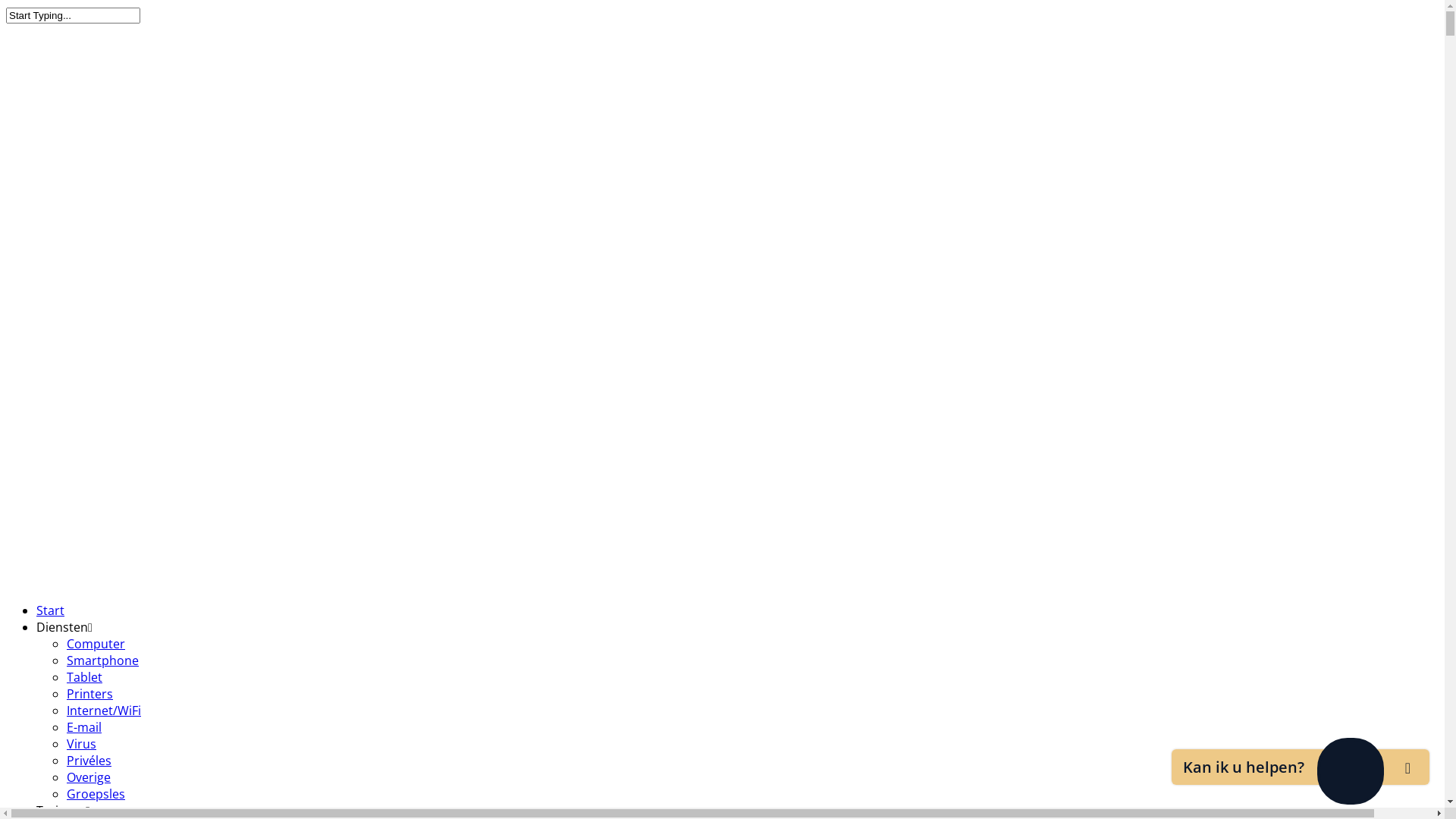 Image resolution: width=1456 pixels, height=819 pixels. I want to click on 'Internet/WiFi', so click(103, 711).